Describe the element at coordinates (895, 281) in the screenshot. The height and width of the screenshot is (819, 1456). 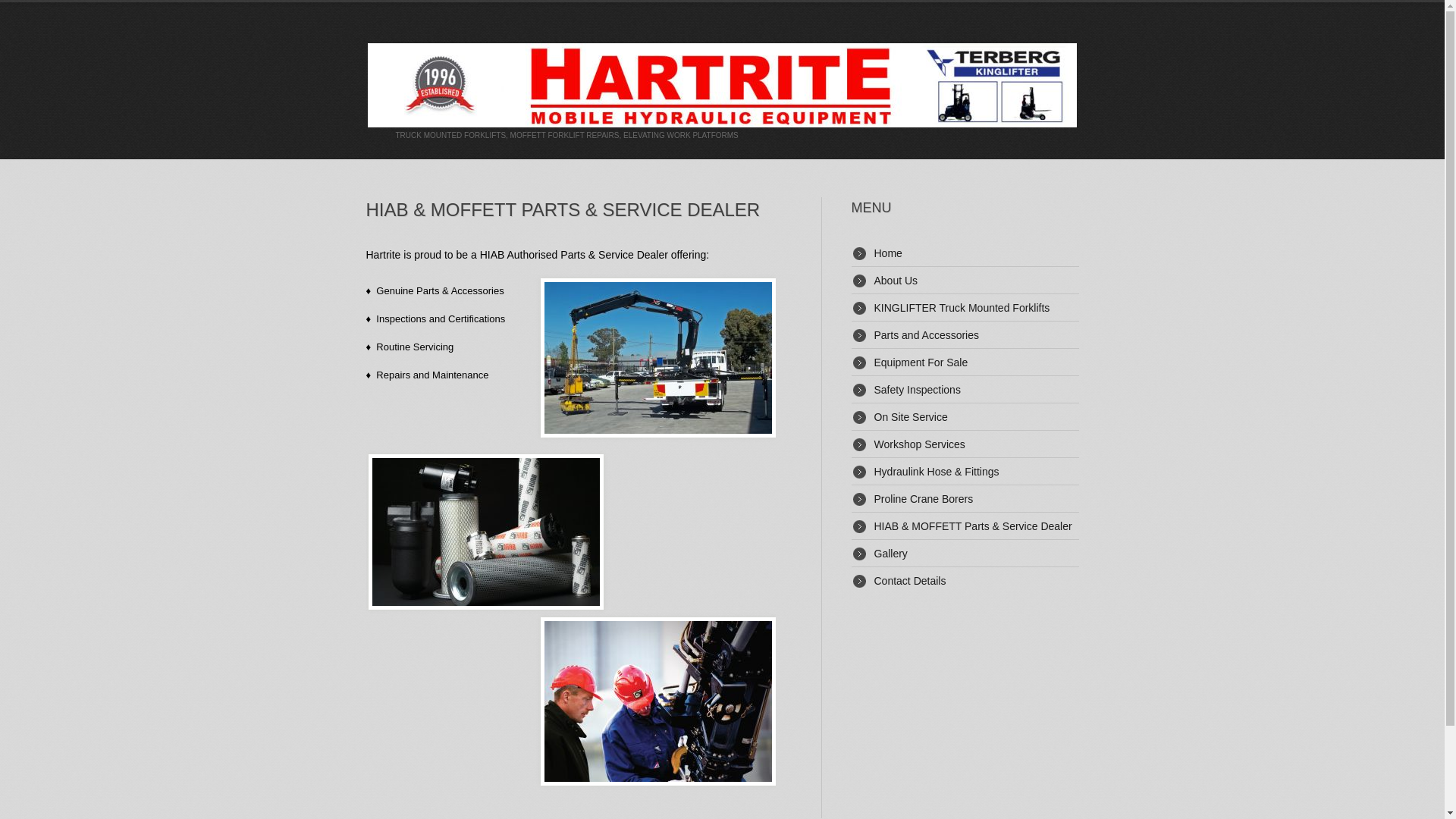
I see `'About Us'` at that location.